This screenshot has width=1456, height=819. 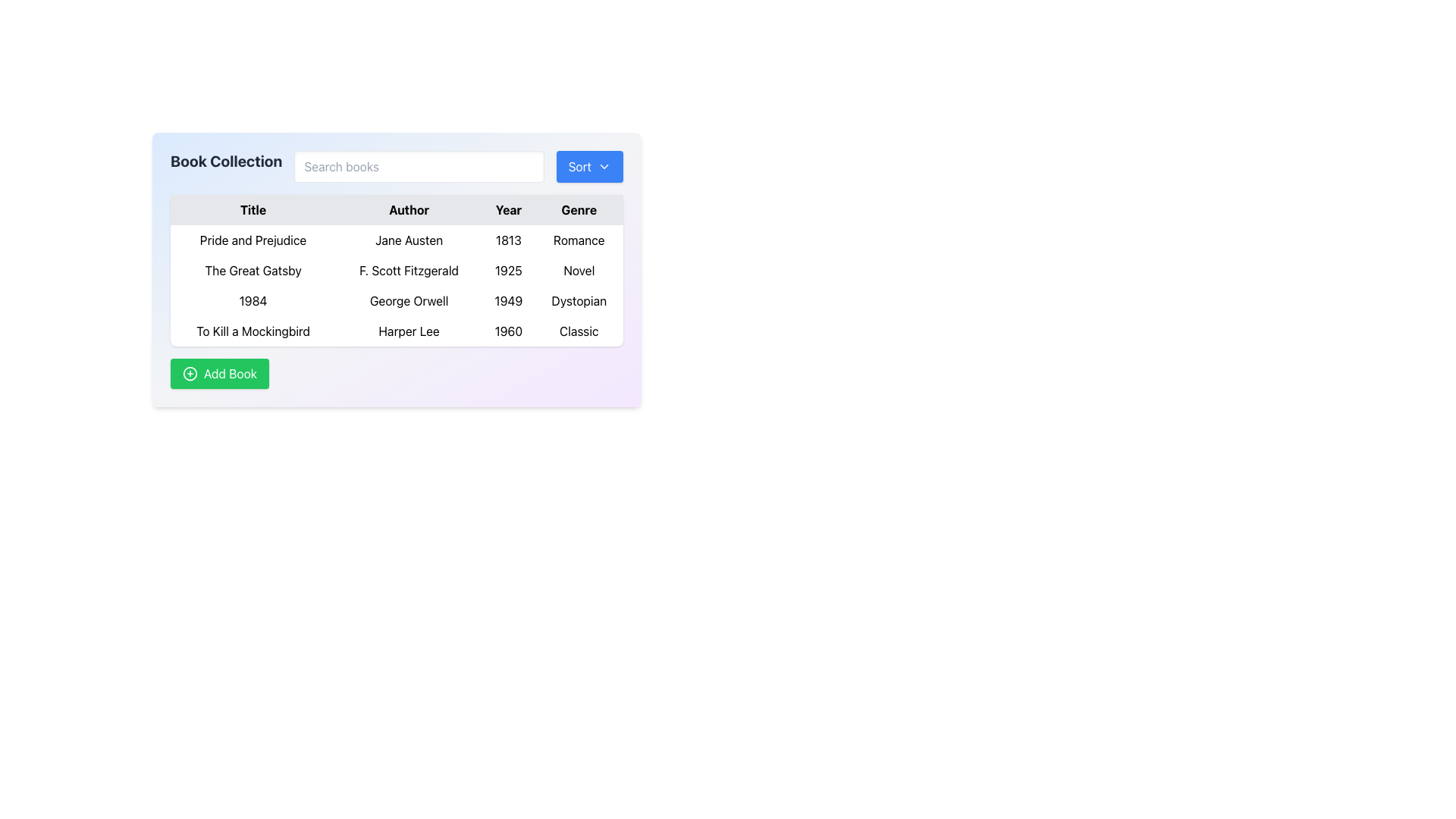 What do you see at coordinates (603, 166) in the screenshot?
I see `the Chevron Icon (SVG) located to the right of the 'Sort' text within the 'Sort' button in the top-right corner of the interface` at bounding box center [603, 166].